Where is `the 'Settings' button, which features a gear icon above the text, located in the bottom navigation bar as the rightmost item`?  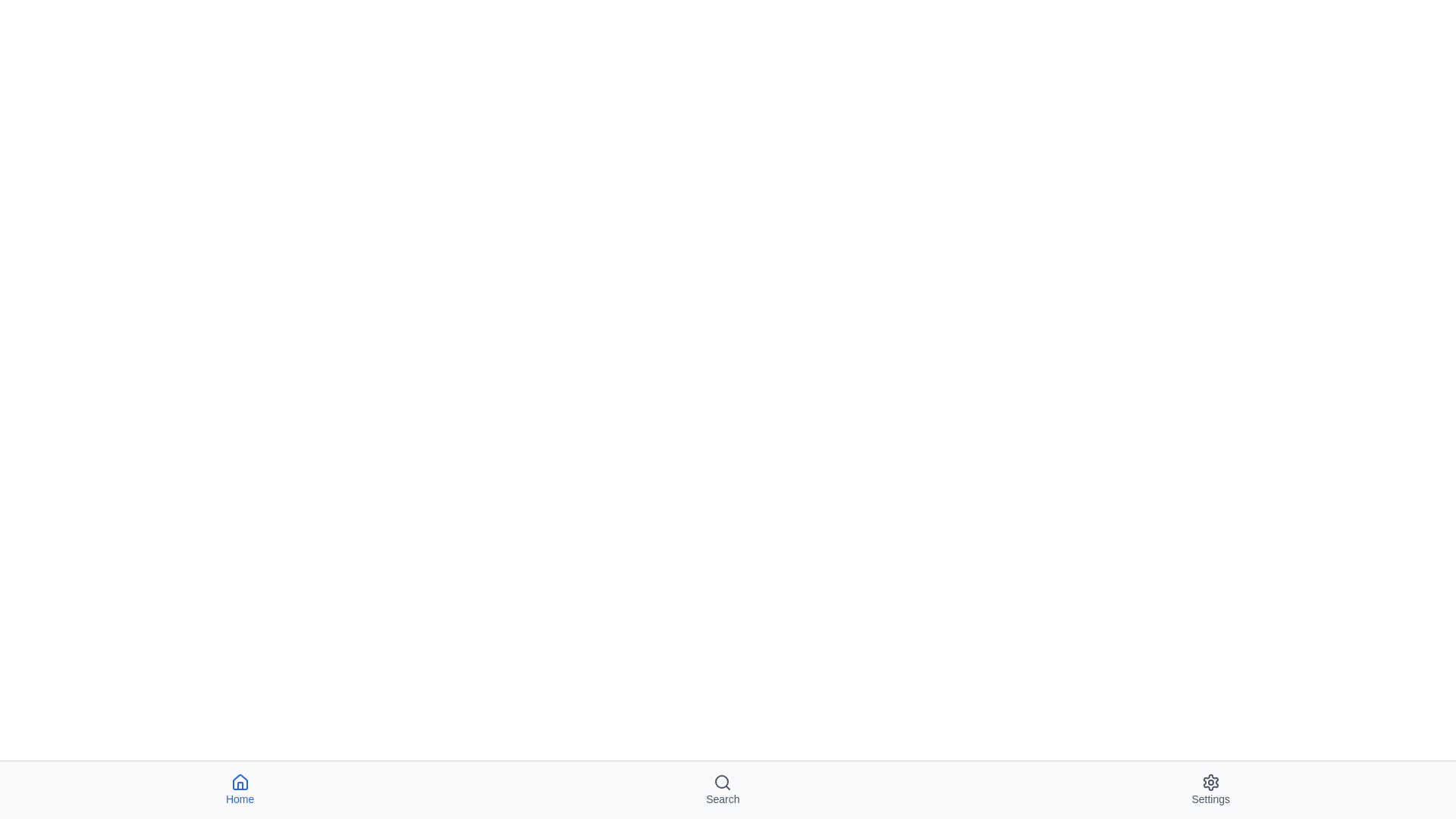
the 'Settings' button, which features a gear icon above the text, located in the bottom navigation bar as the rightmost item is located at coordinates (1210, 789).